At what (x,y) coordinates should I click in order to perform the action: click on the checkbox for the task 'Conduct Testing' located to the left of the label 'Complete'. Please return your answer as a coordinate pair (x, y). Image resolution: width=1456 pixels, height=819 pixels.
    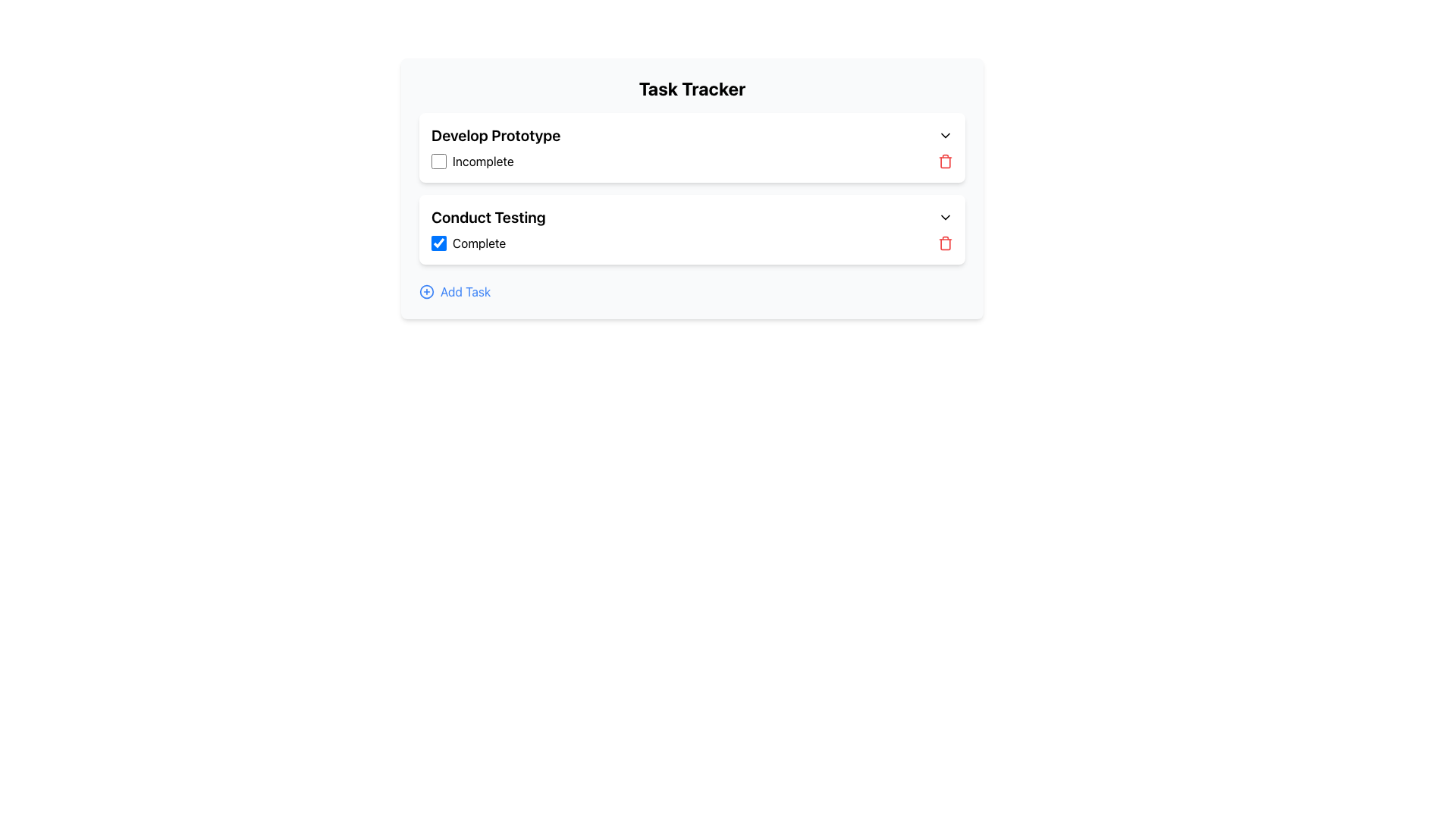
    Looking at the image, I should click on (438, 242).